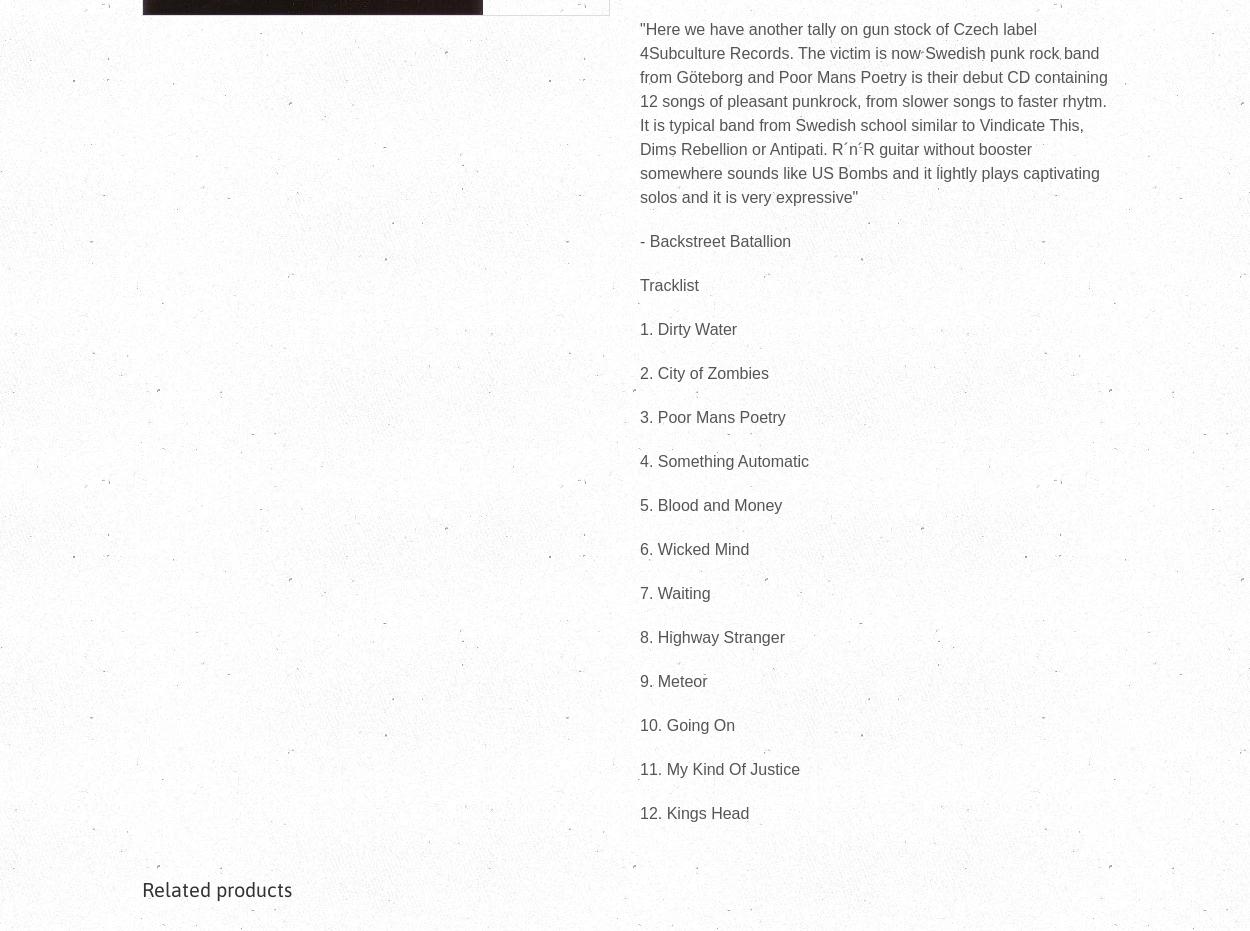  What do you see at coordinates (710, 505) in the screenshot?
I see `'5. Blood and Money'` at bounding box center [710, 505].